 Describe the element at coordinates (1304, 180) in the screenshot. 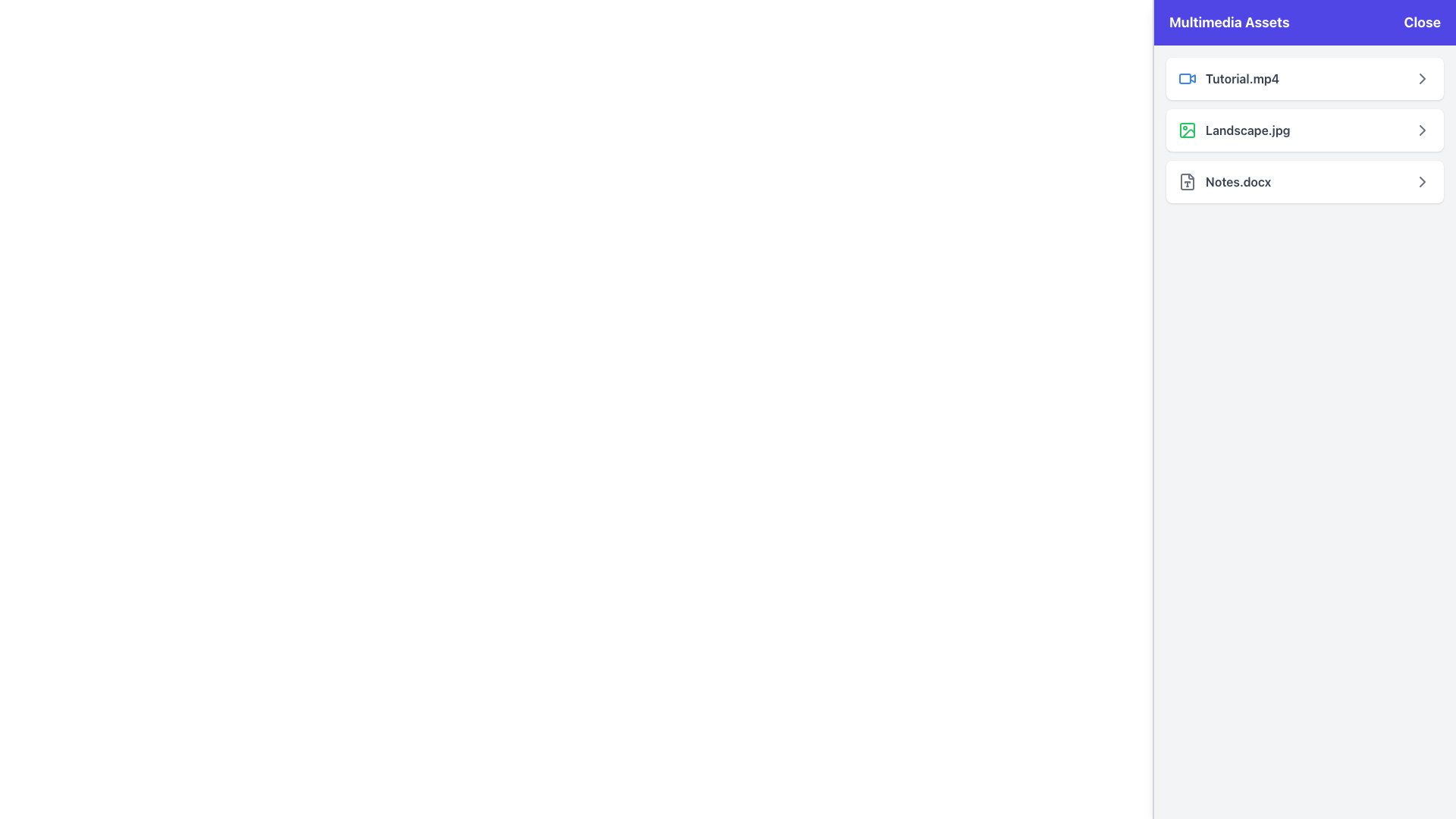

I see `the selectable file list item named 'Notes.docx'` at that location.